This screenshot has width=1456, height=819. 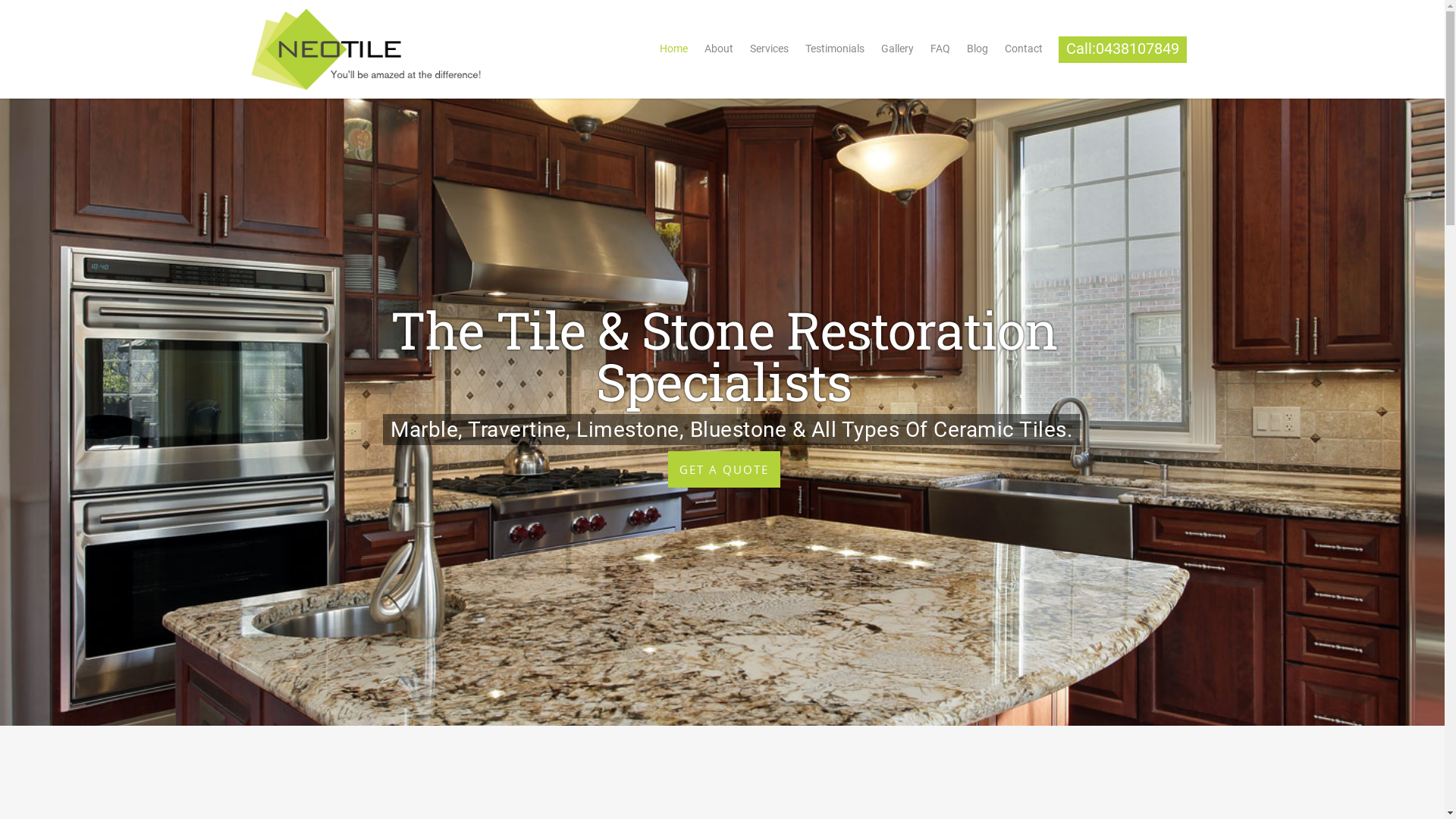 What do you see at coordinates (723, 467) in the screenshot?
I see `'GET A QUOTE'` at bounding box center [723, 467].